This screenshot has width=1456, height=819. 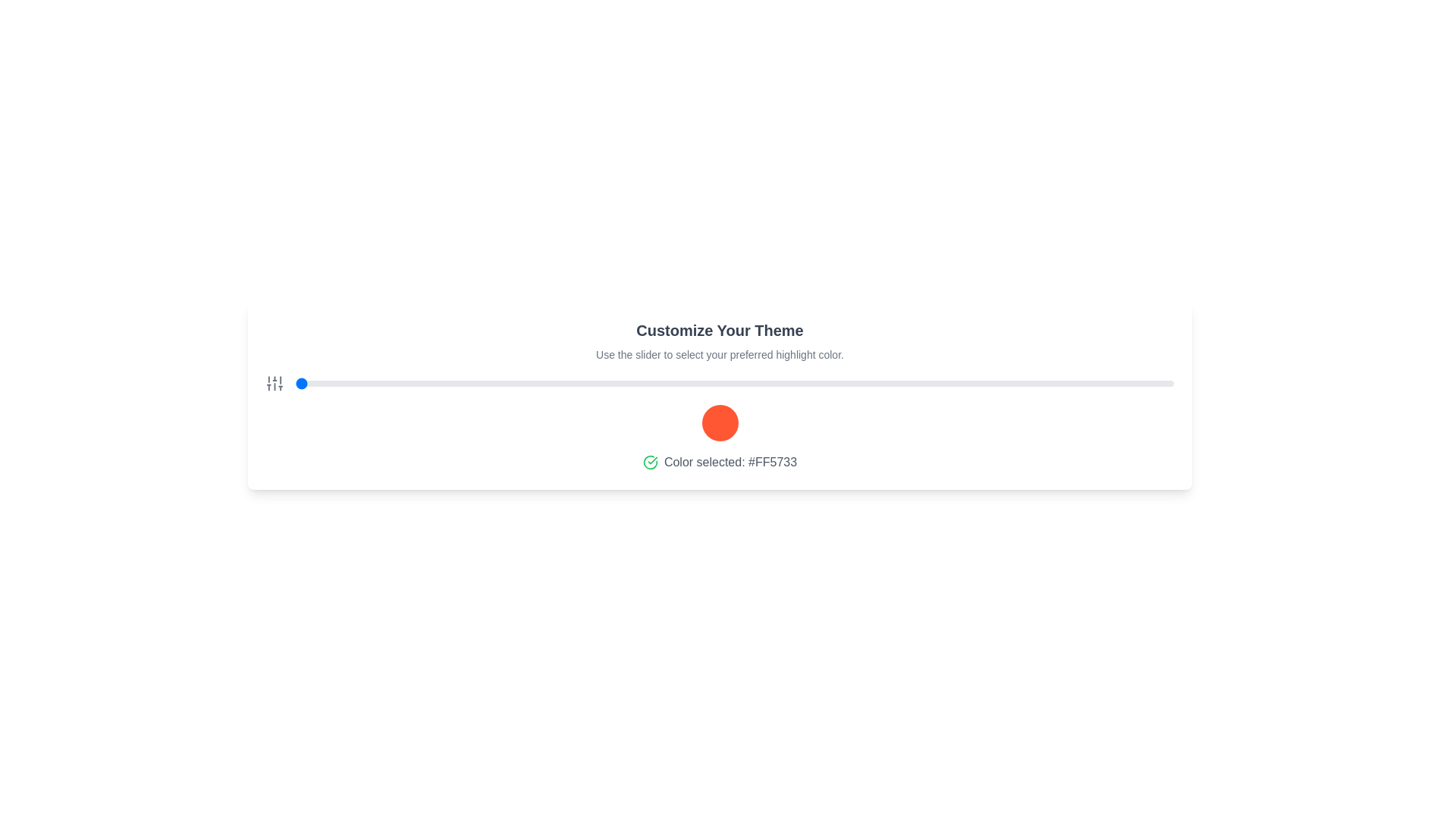 I want to click on the slider, so click(x=732, y=382).